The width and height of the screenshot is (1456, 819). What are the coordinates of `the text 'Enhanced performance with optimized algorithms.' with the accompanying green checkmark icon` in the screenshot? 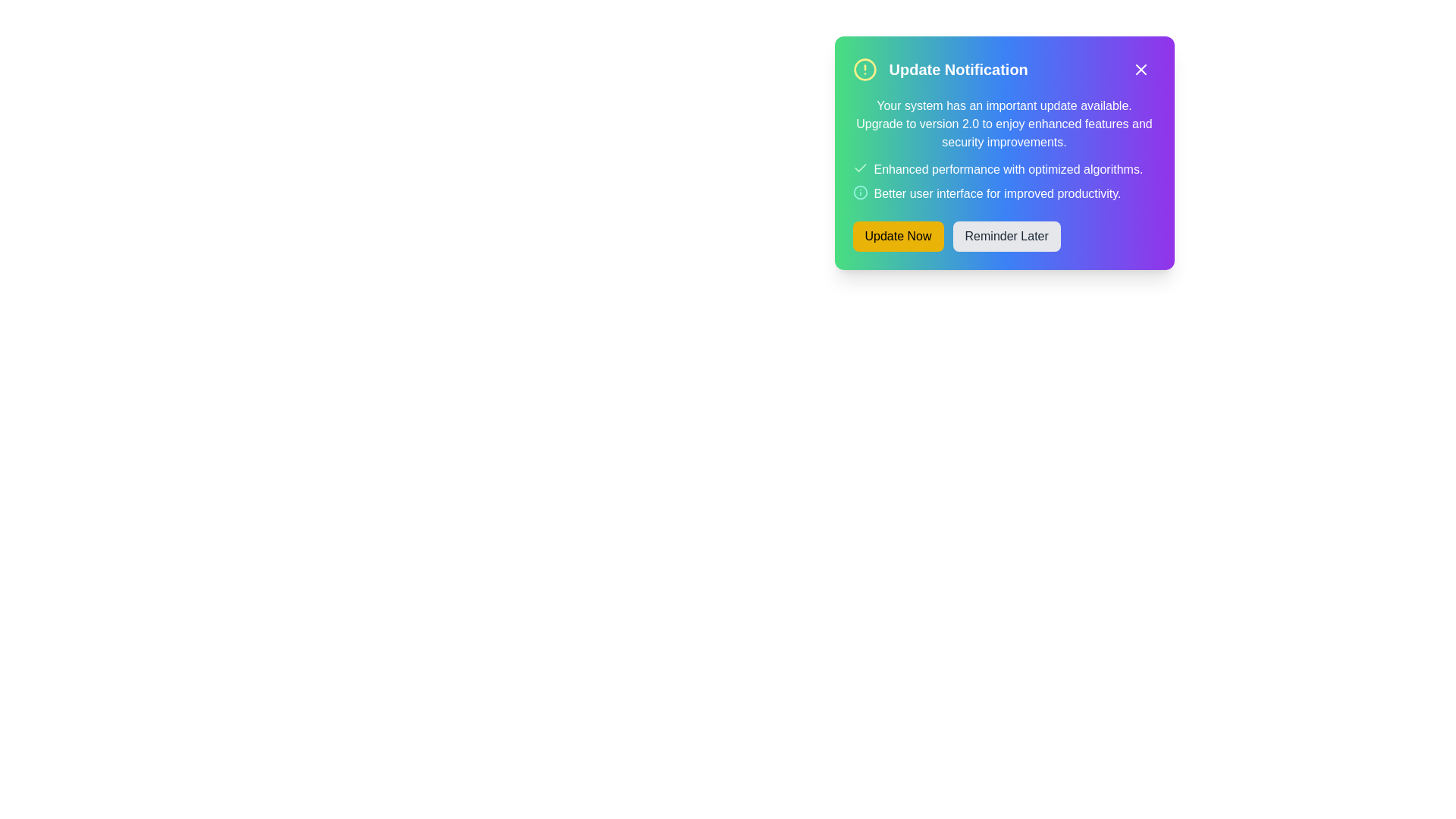 It's located at (1004, 169).